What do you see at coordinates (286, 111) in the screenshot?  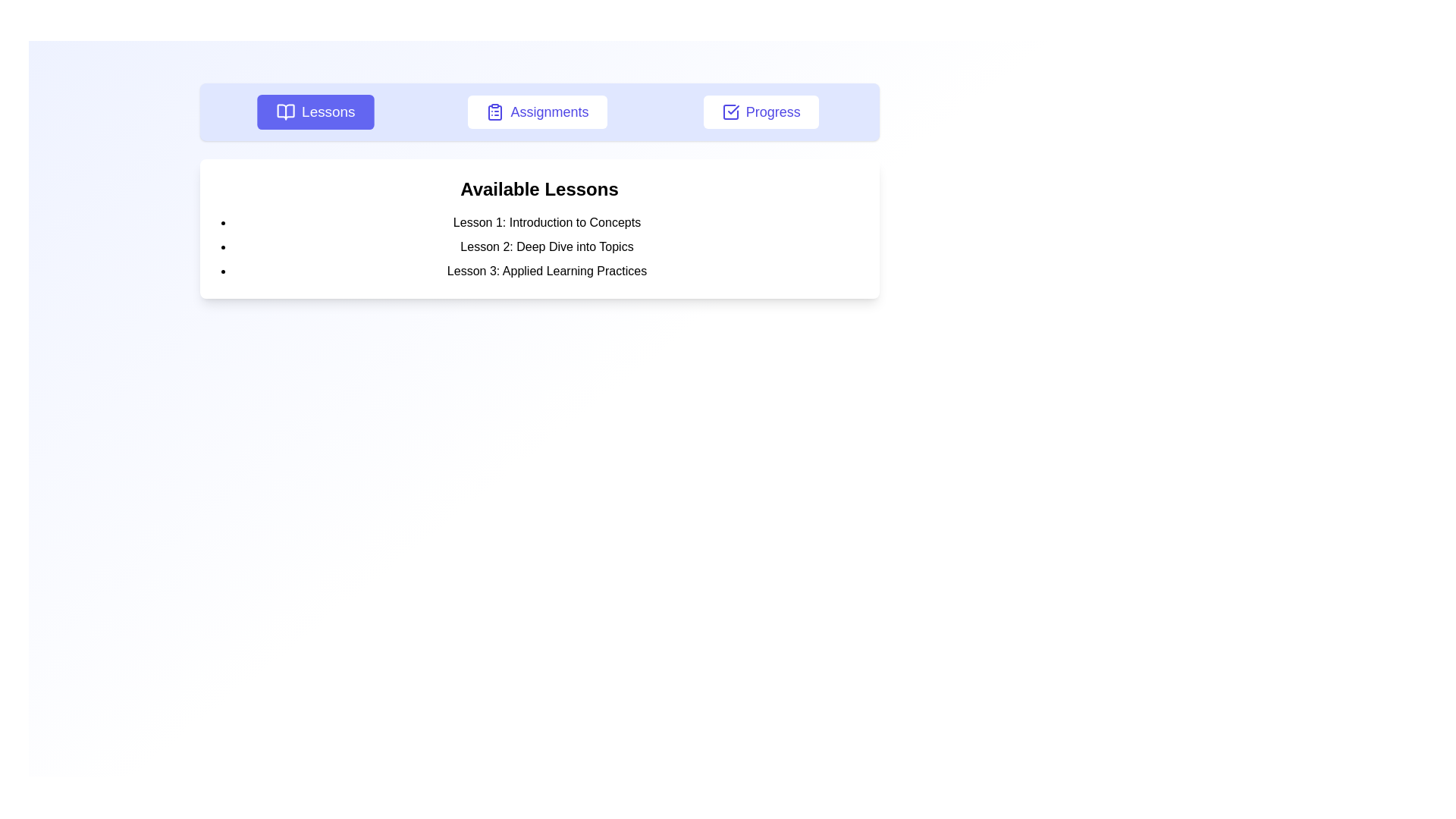 I see `the Open Book Symbol icon located in the navigation bar` at bounding box center [286, 111].